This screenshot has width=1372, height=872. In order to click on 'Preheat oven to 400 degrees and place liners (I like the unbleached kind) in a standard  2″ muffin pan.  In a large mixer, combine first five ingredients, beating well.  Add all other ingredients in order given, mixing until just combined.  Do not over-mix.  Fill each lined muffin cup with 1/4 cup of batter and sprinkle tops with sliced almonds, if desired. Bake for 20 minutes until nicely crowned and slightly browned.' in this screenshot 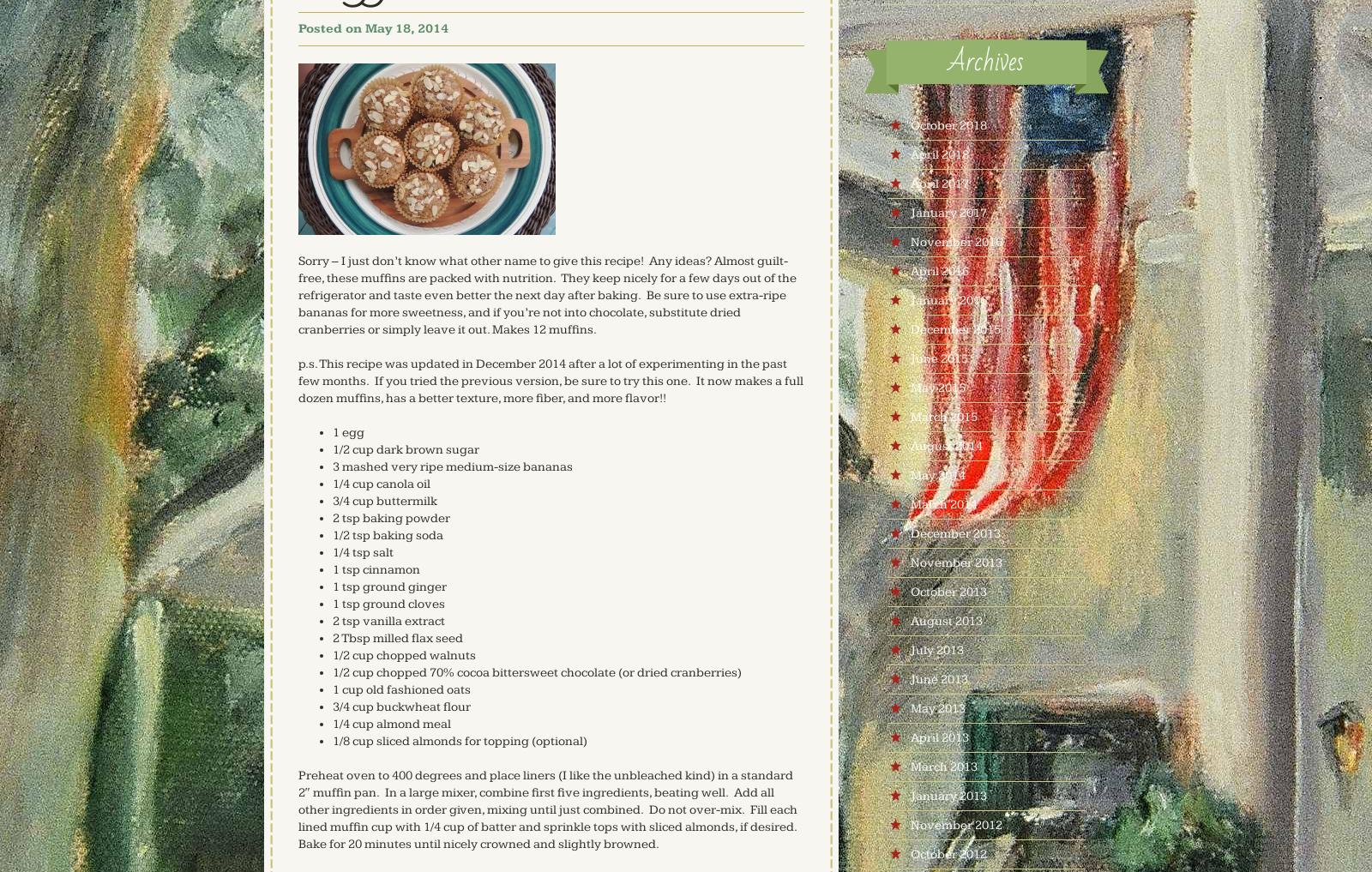, I will do `click(546, 809)`.